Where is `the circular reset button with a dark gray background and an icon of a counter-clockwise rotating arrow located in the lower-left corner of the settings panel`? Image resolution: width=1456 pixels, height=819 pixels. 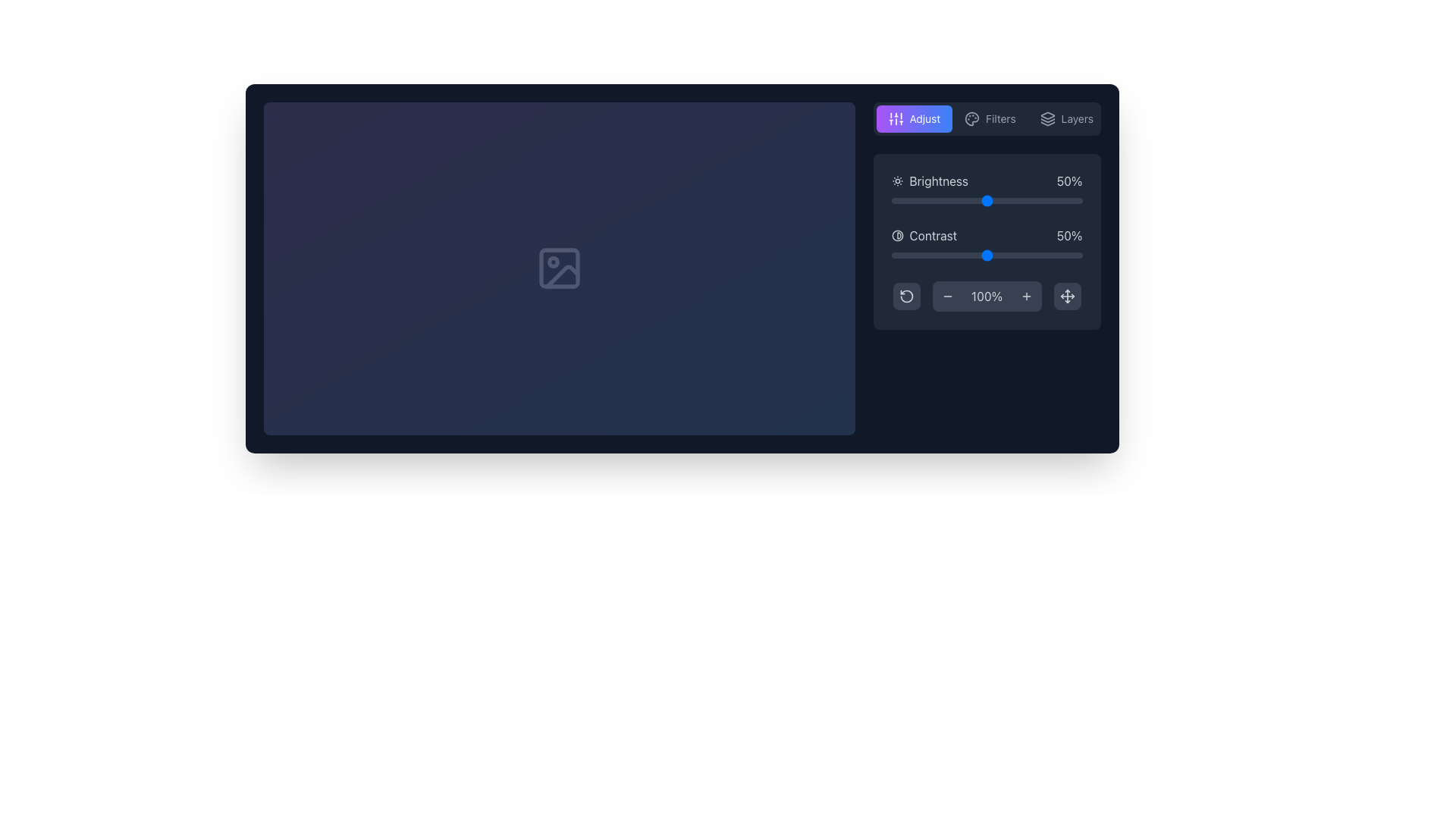 the circular reset button with a dark gray background and an icon of a counter-clockwise rotating arrow located in the lower-left corner of the settings panel is located at coordinates (906, 296).